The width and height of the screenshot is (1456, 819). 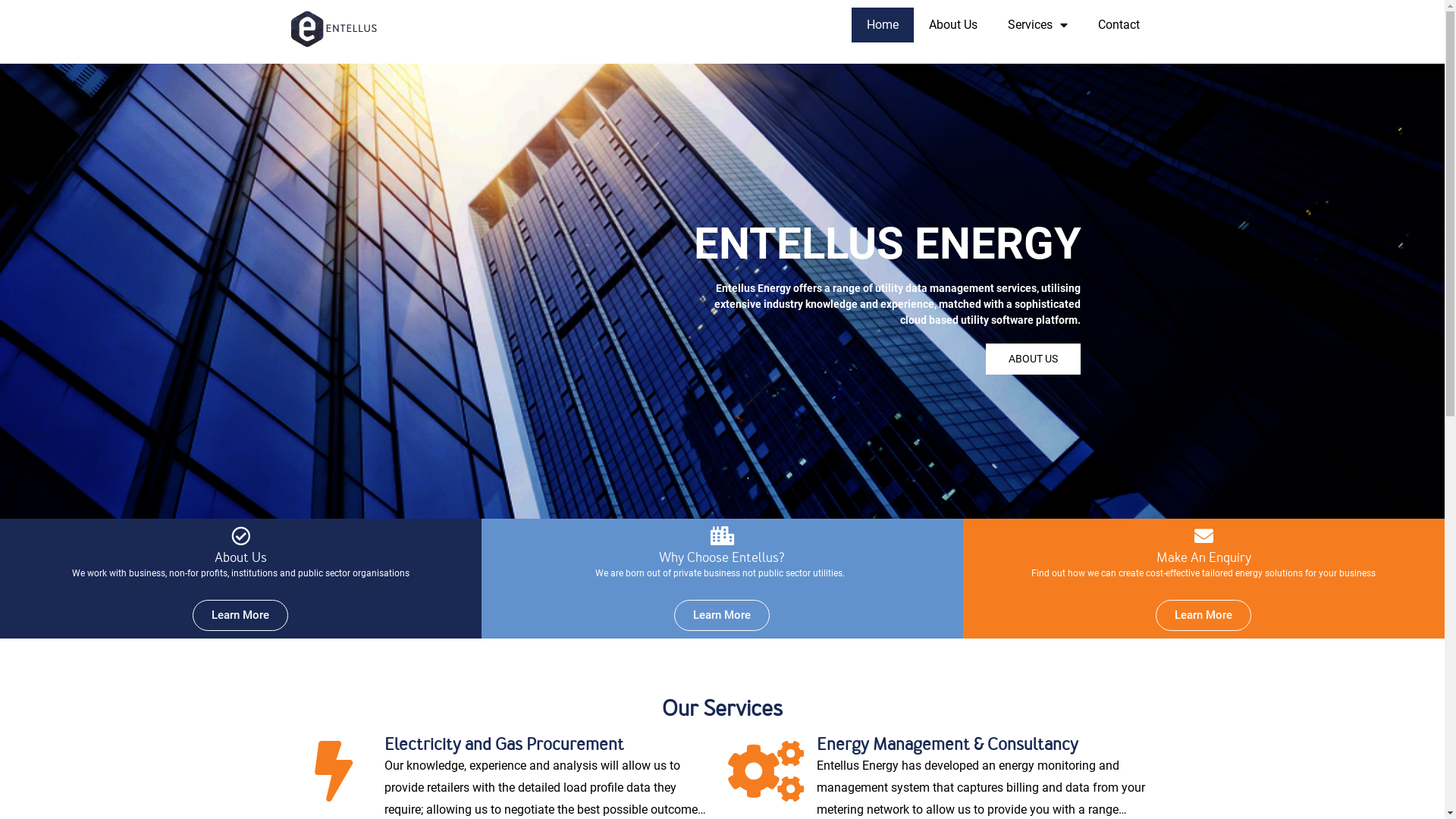 I want to click on 'Home', so click(x=881, y=25).